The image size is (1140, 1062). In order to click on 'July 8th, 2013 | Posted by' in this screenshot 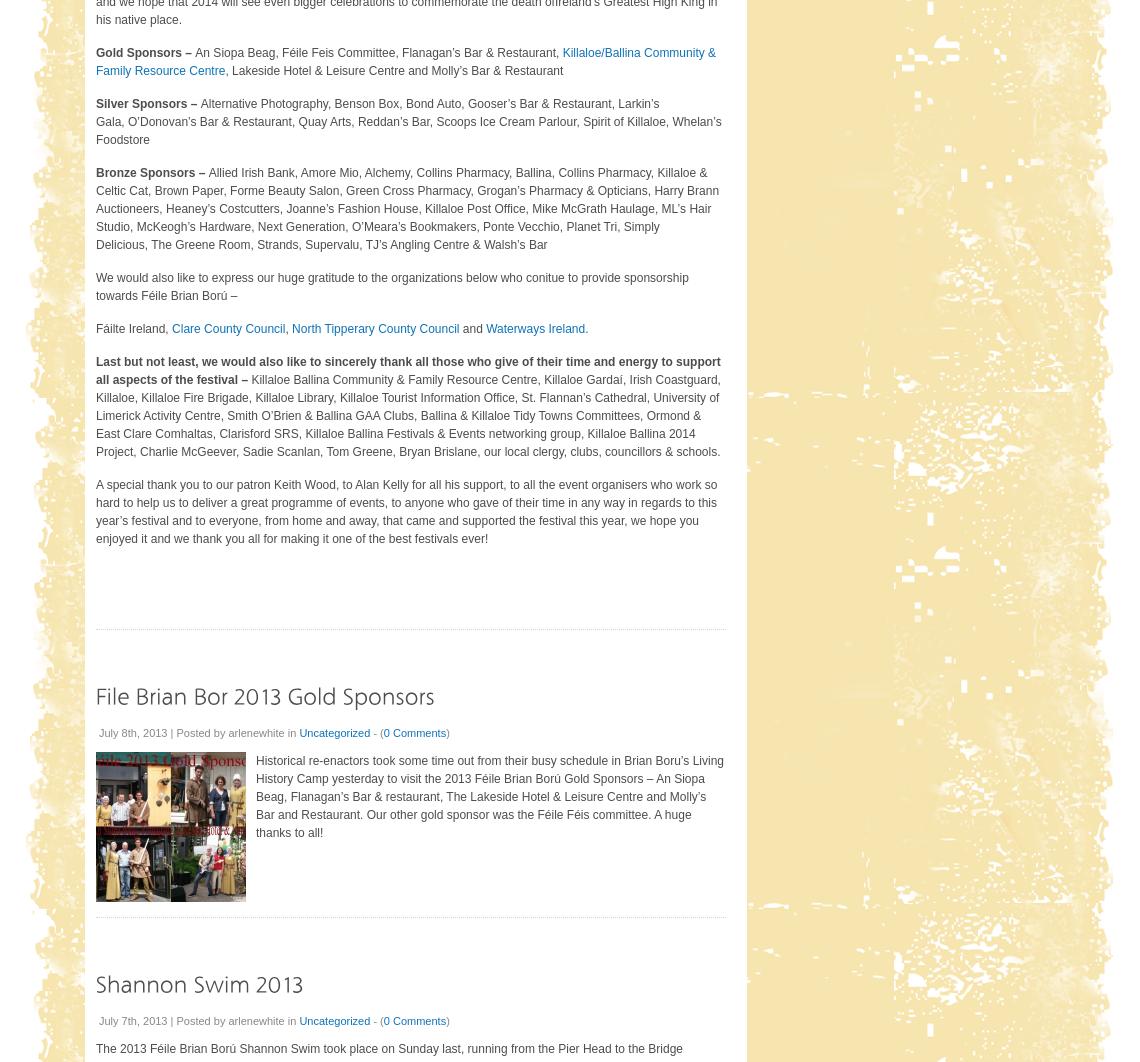, I will do `click(163, 732)`.